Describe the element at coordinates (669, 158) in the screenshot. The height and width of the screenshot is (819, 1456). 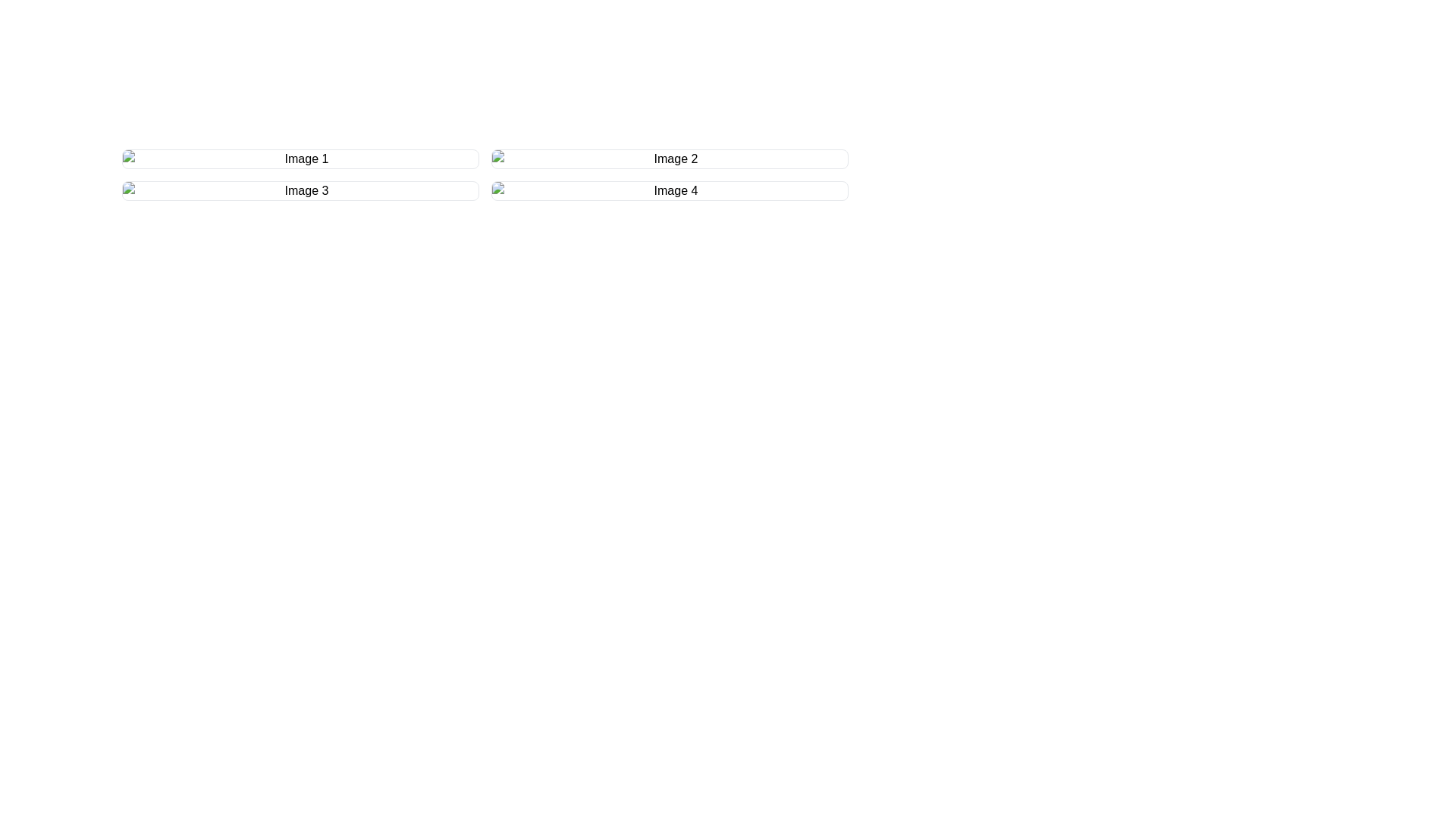
I see `the image labeled 'Image 2'` at that location.